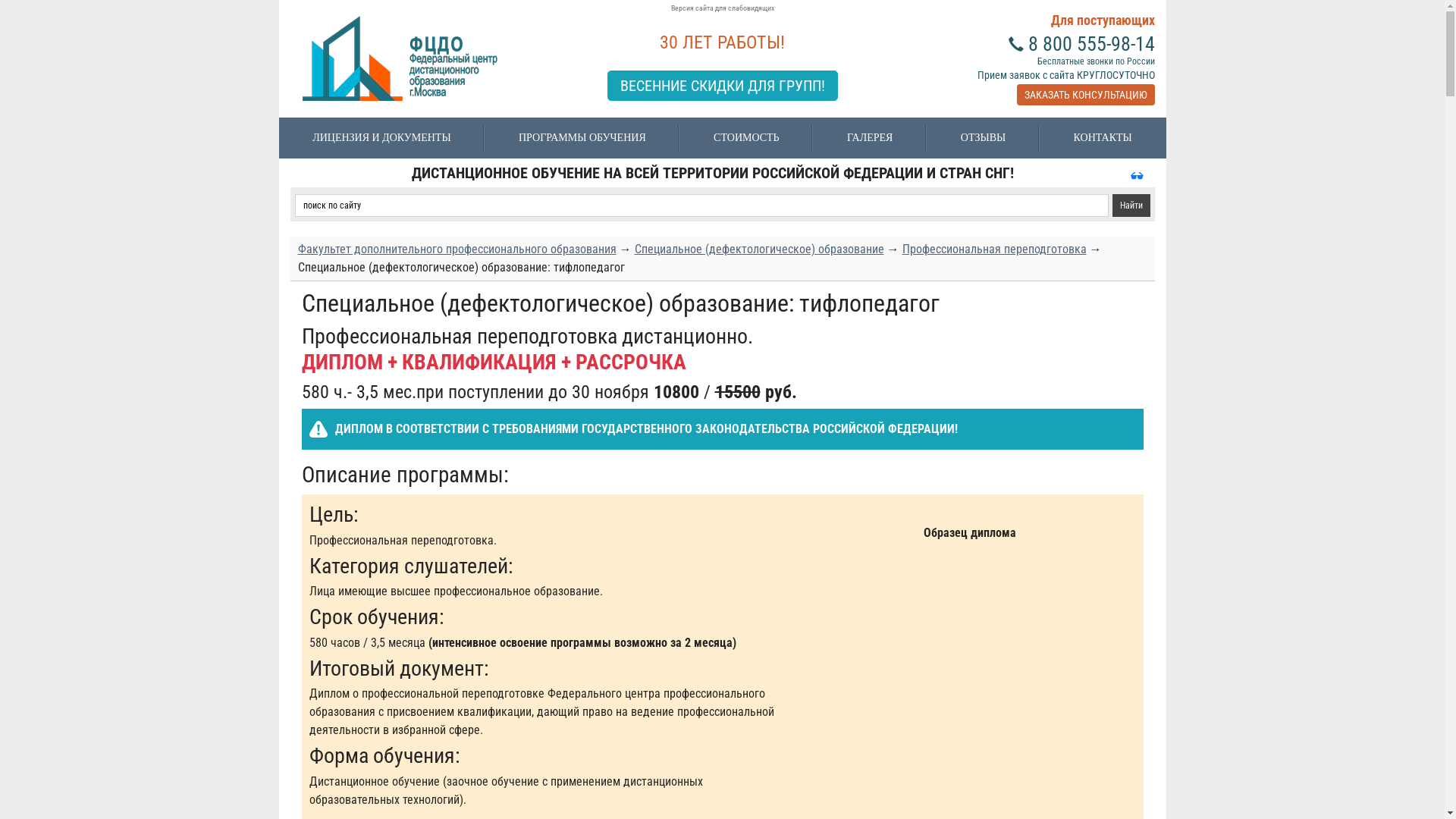  I want to click on '8 800 555-98-14', so click(1090, 42).